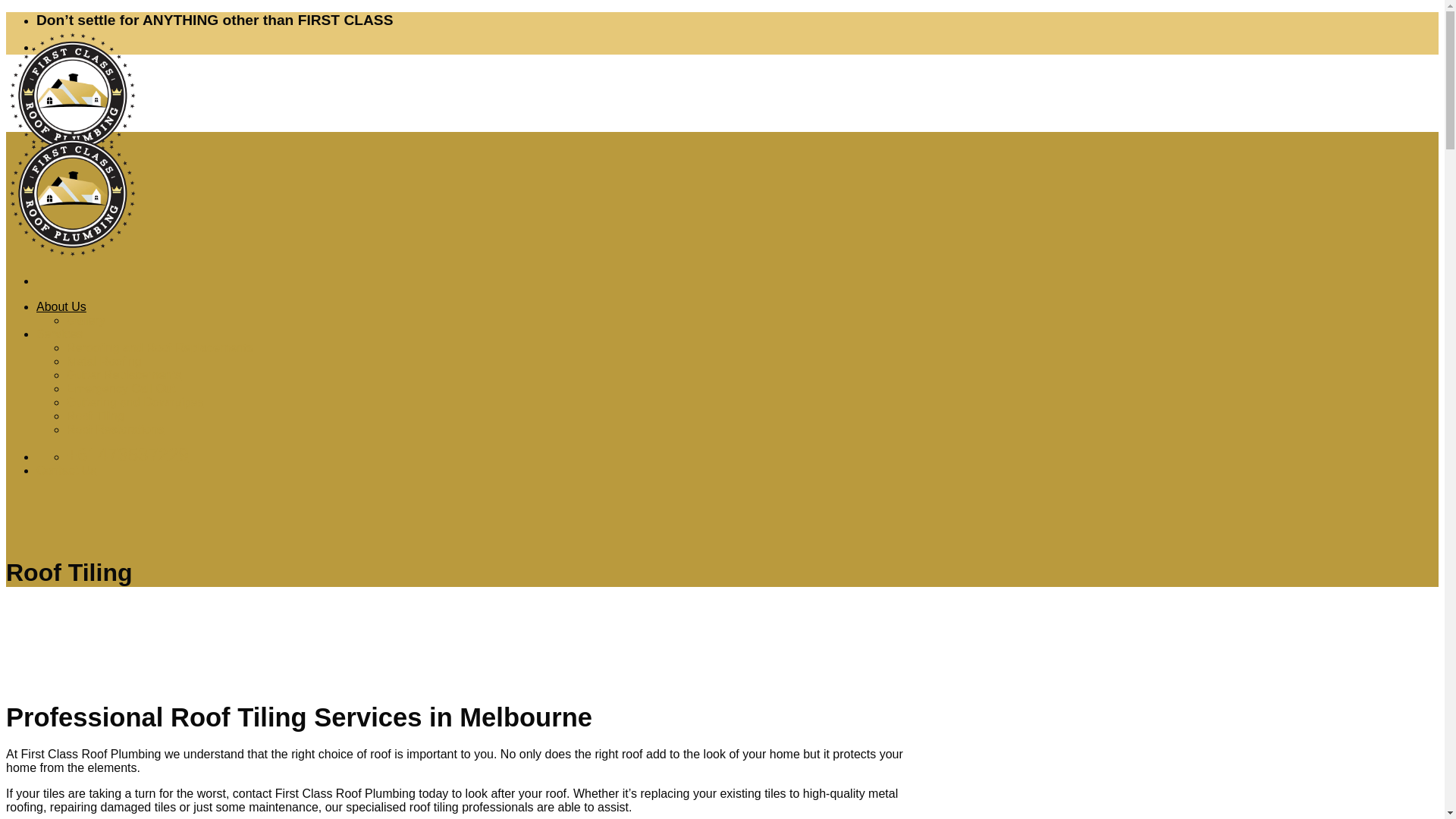  I want to click on 'Emergency Call Out', so click(120, 388).